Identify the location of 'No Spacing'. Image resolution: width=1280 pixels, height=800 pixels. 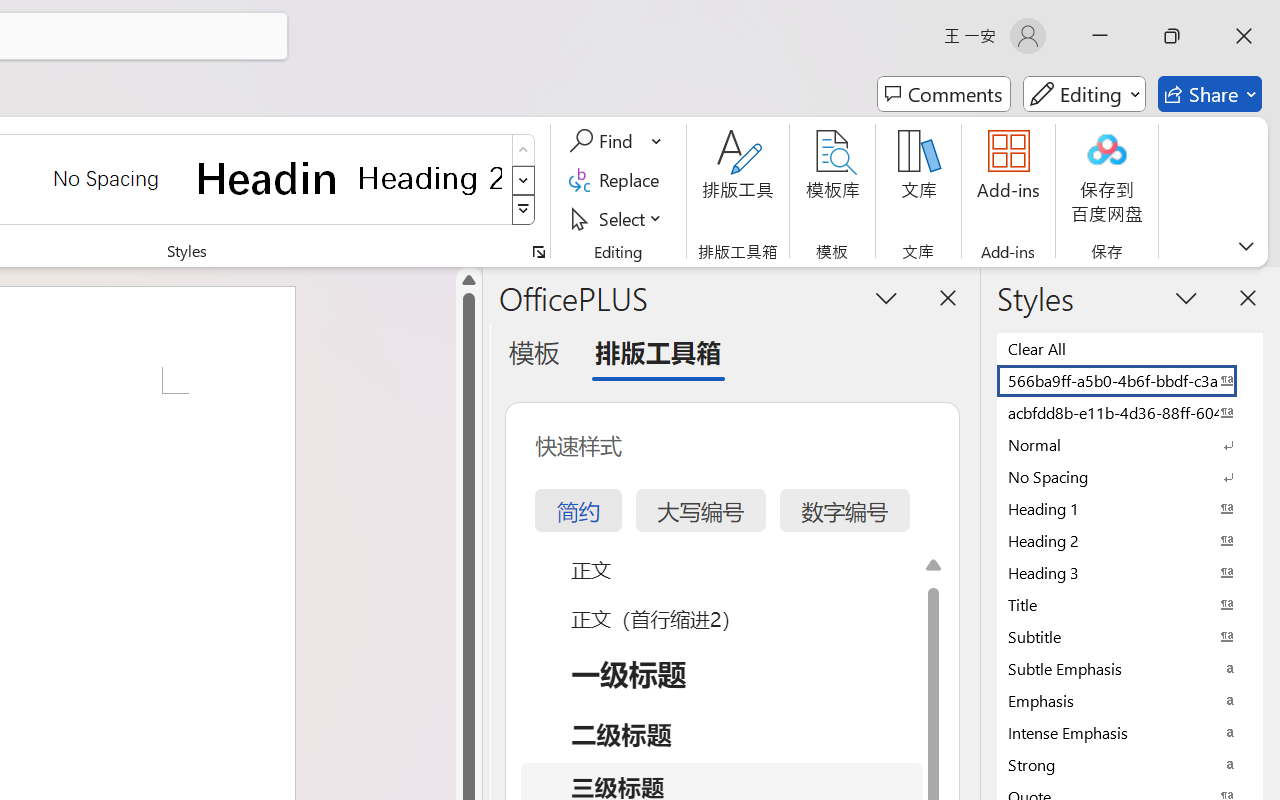
(1130, 476).